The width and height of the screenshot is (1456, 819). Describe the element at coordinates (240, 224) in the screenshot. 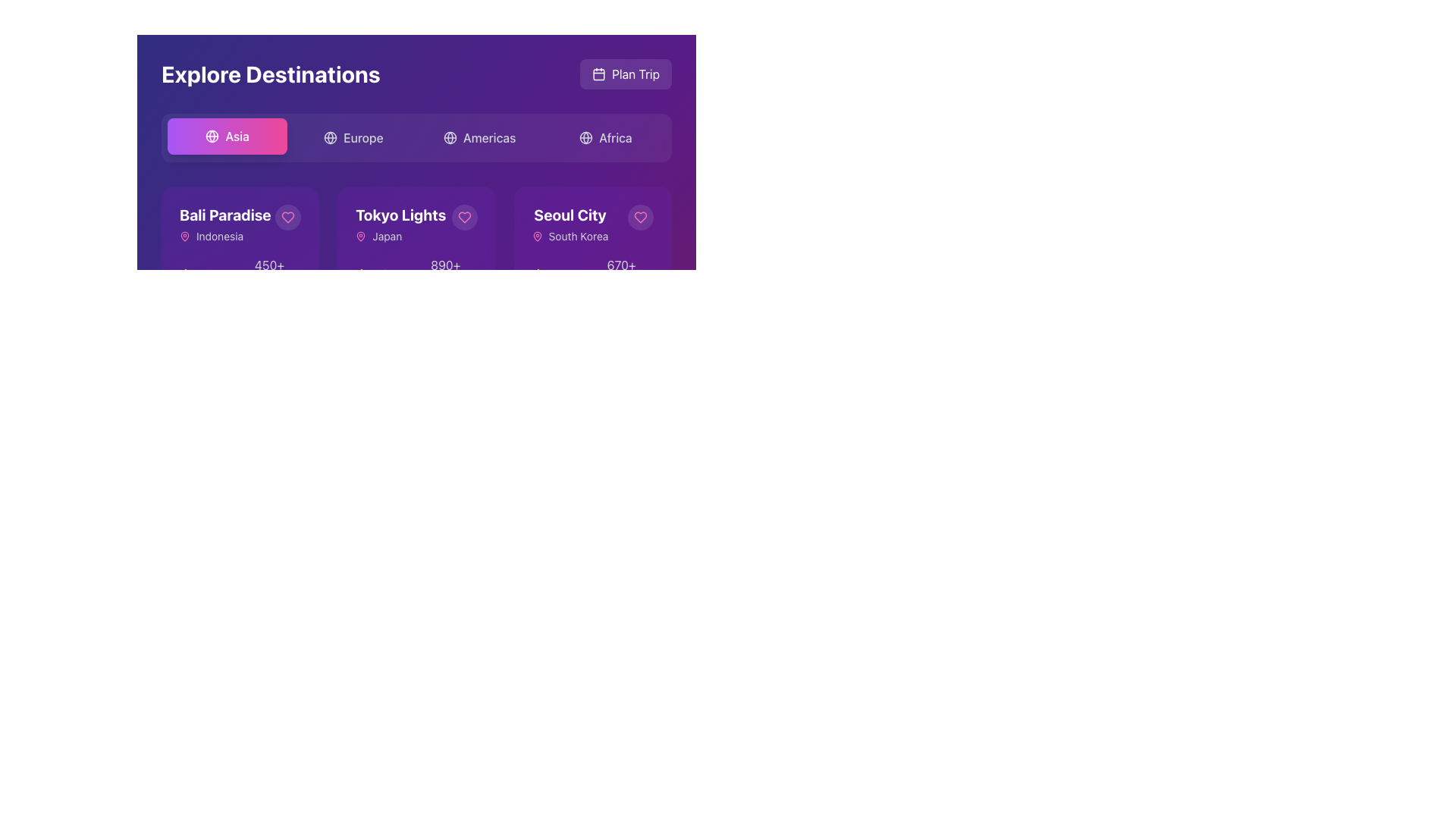

I see `the heart icon located in the top-left of the travel interface, under the 'Asia' tab, to like the destination` at that location.